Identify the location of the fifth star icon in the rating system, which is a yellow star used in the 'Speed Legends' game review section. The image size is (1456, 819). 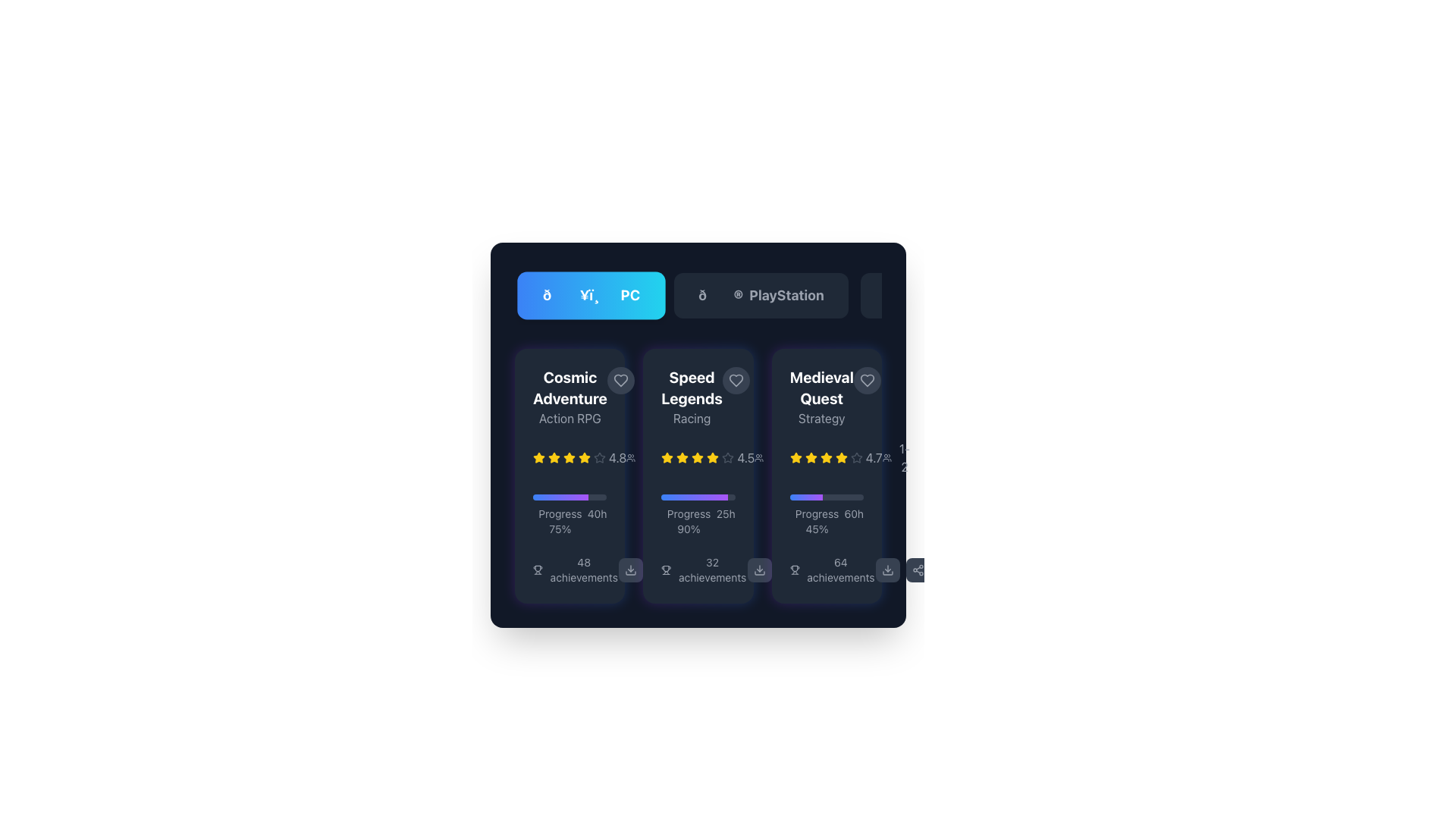
(697, 457).